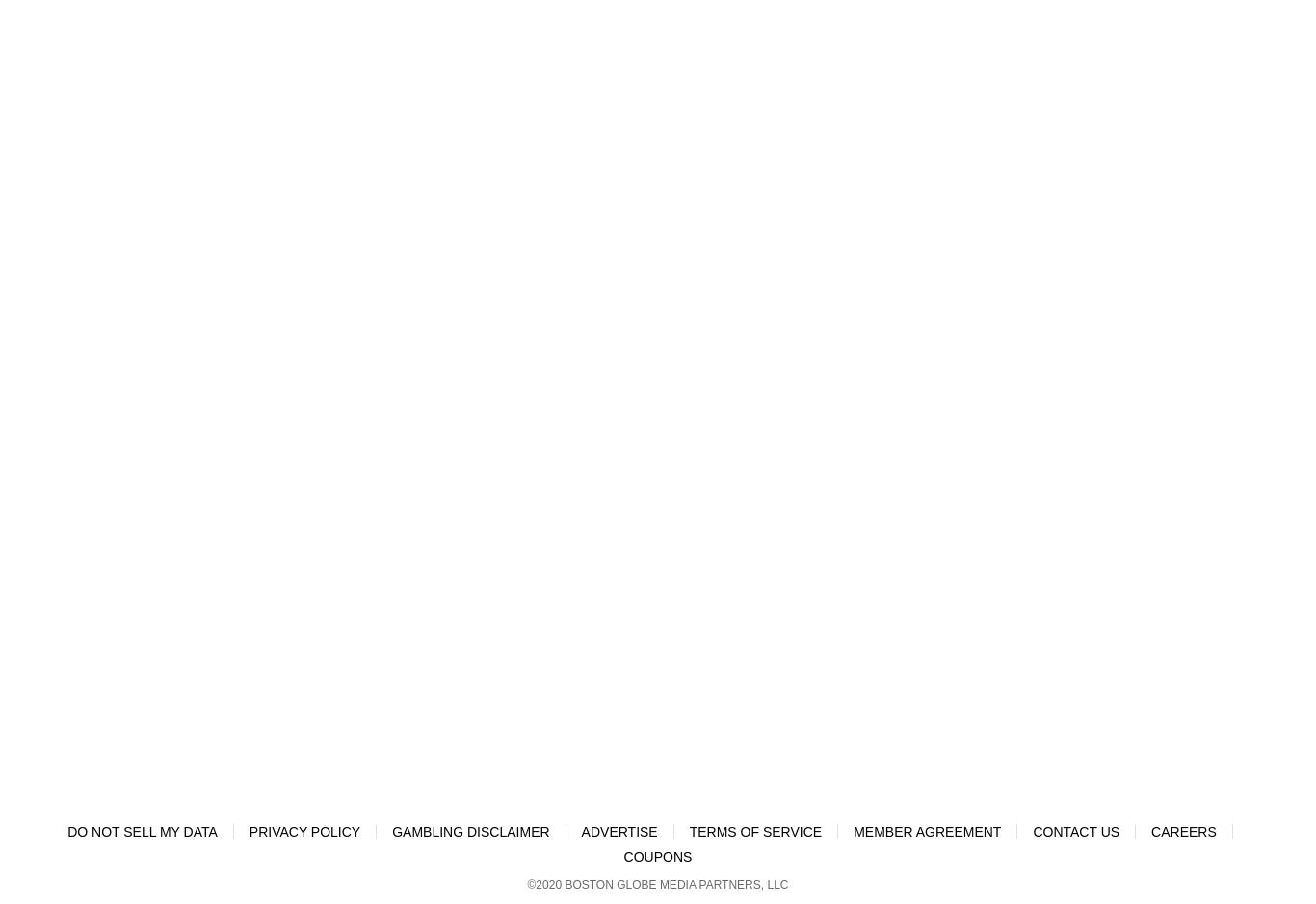 The height and width of the screenshot is (904, 1316). What do you see at coordinates (621, 857) in the screenshot?
I see `'Coupons'` at bounding box center [621, 857].